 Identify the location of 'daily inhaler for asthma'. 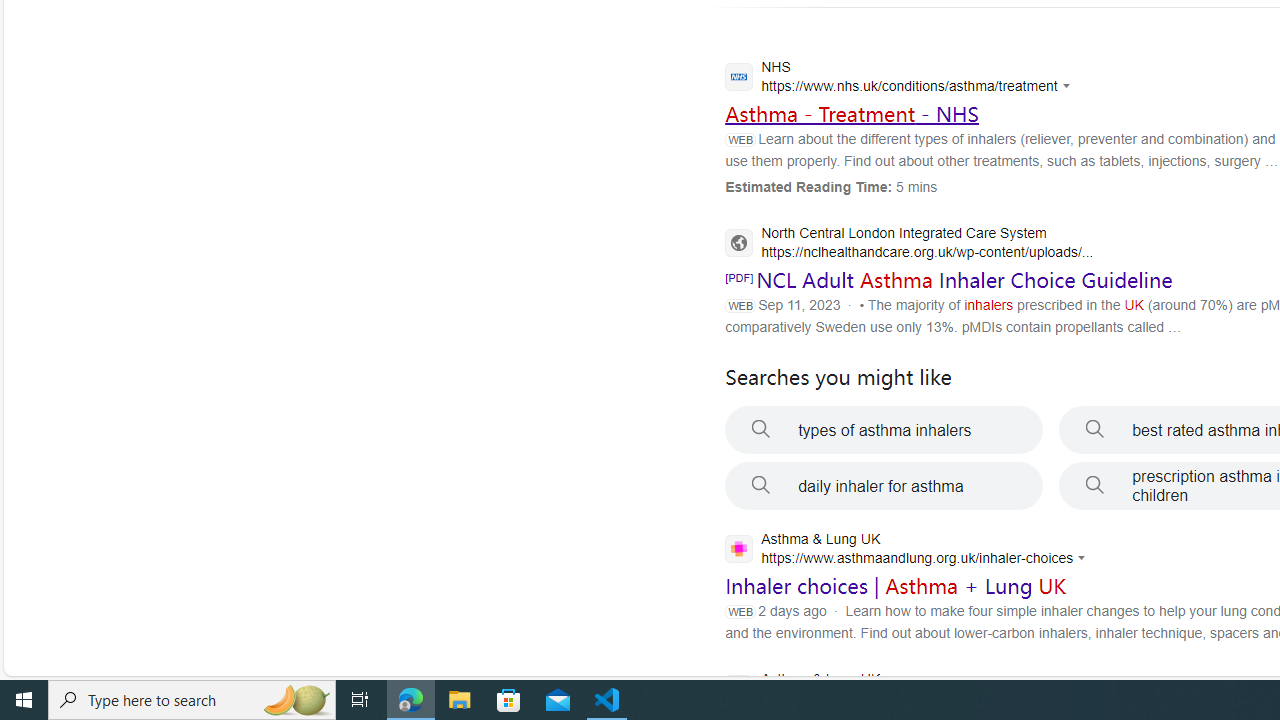
(883, 486).